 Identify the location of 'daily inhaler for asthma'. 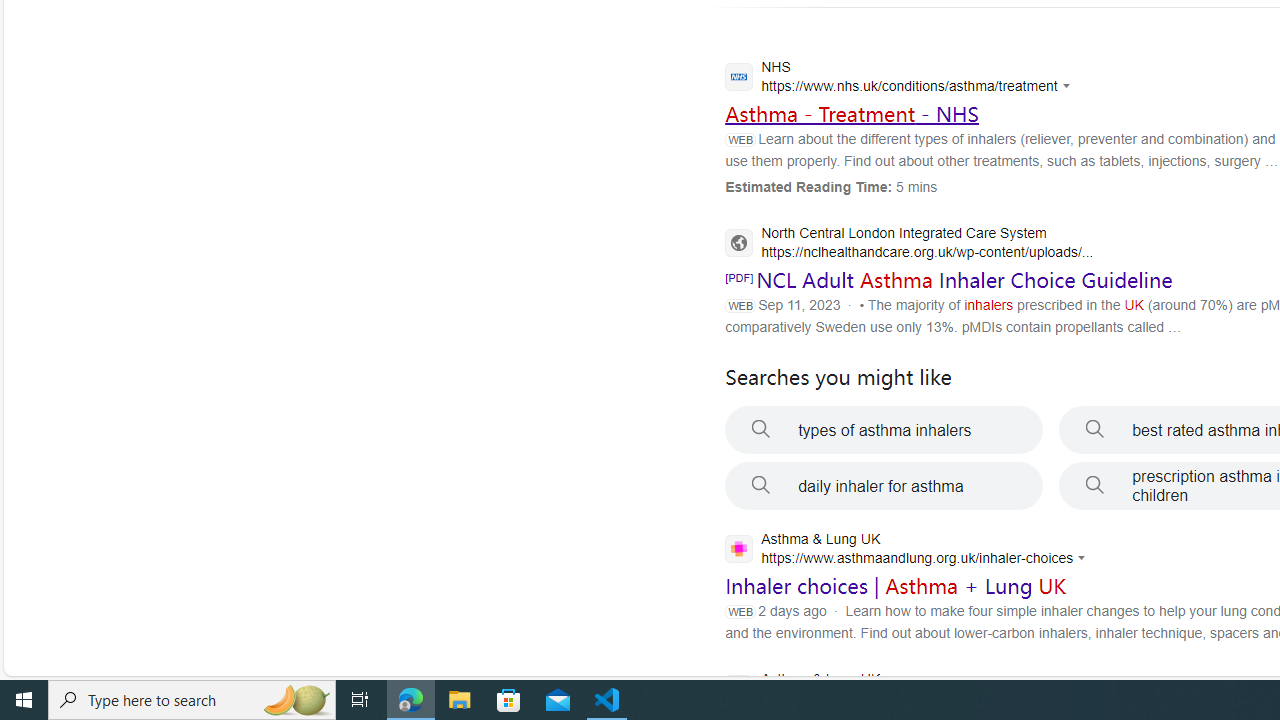
(883, 486).